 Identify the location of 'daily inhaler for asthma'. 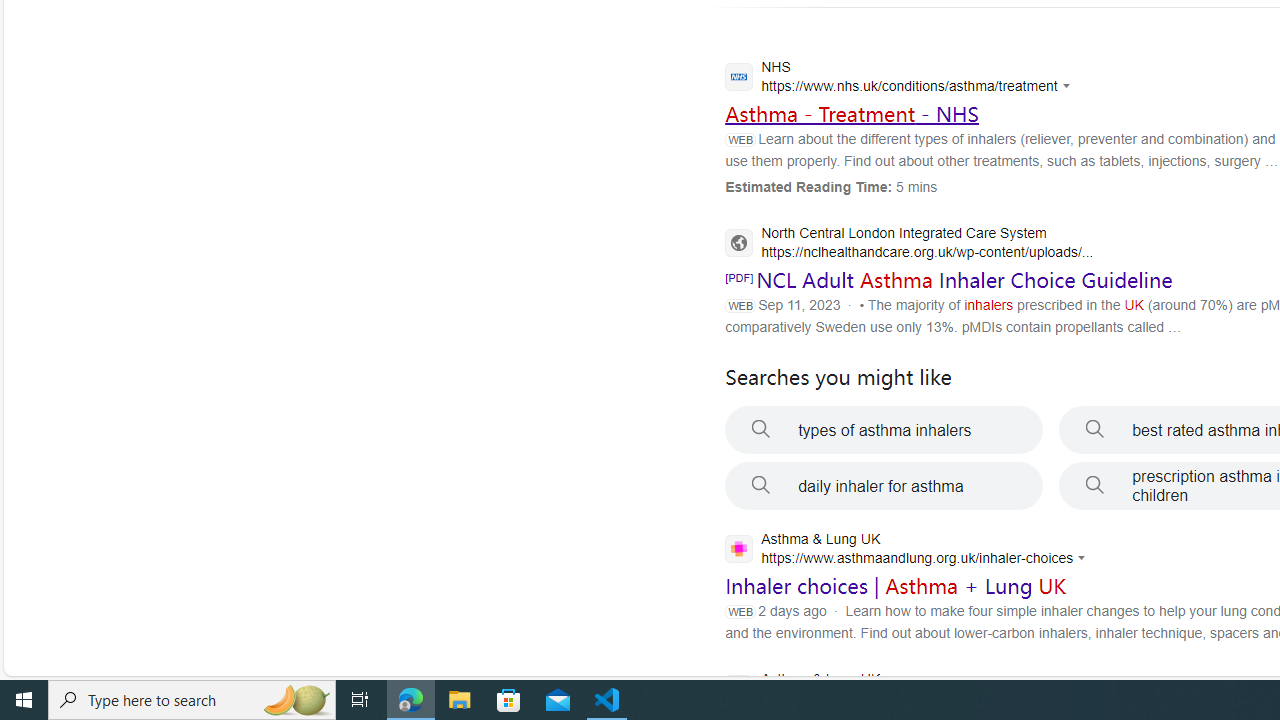
(883, 486).